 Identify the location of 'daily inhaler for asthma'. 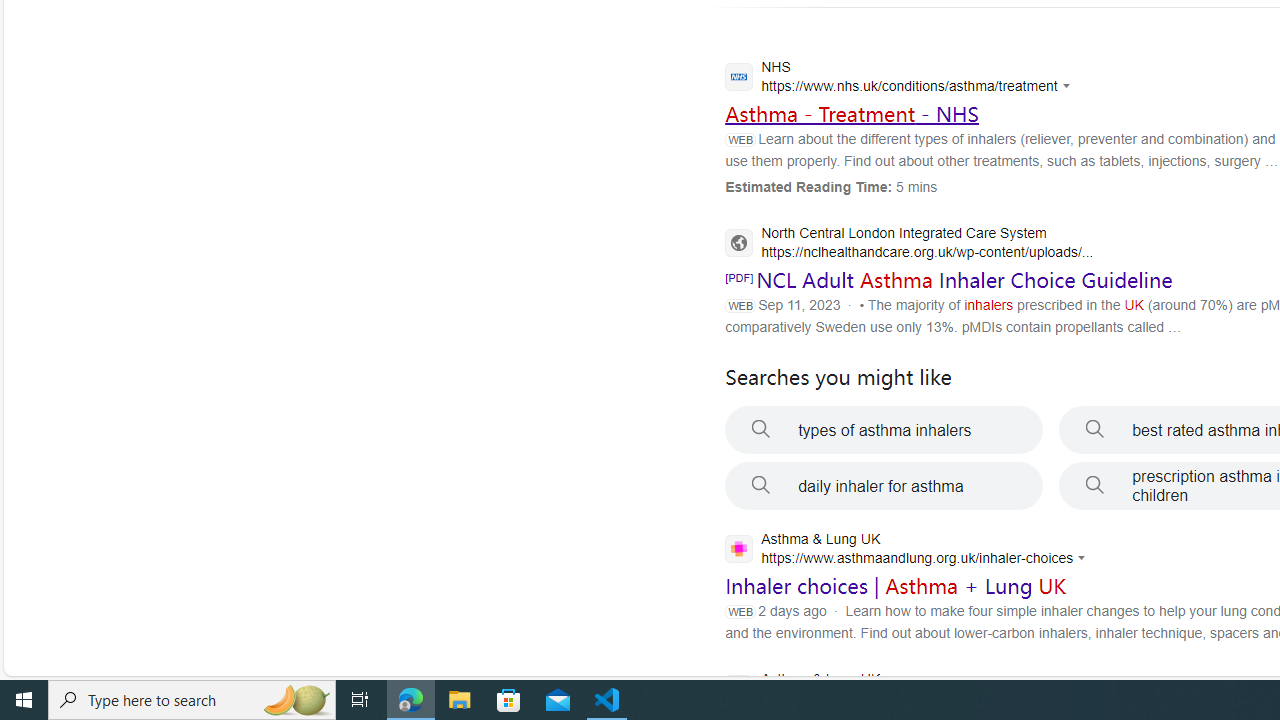
(883, 486).